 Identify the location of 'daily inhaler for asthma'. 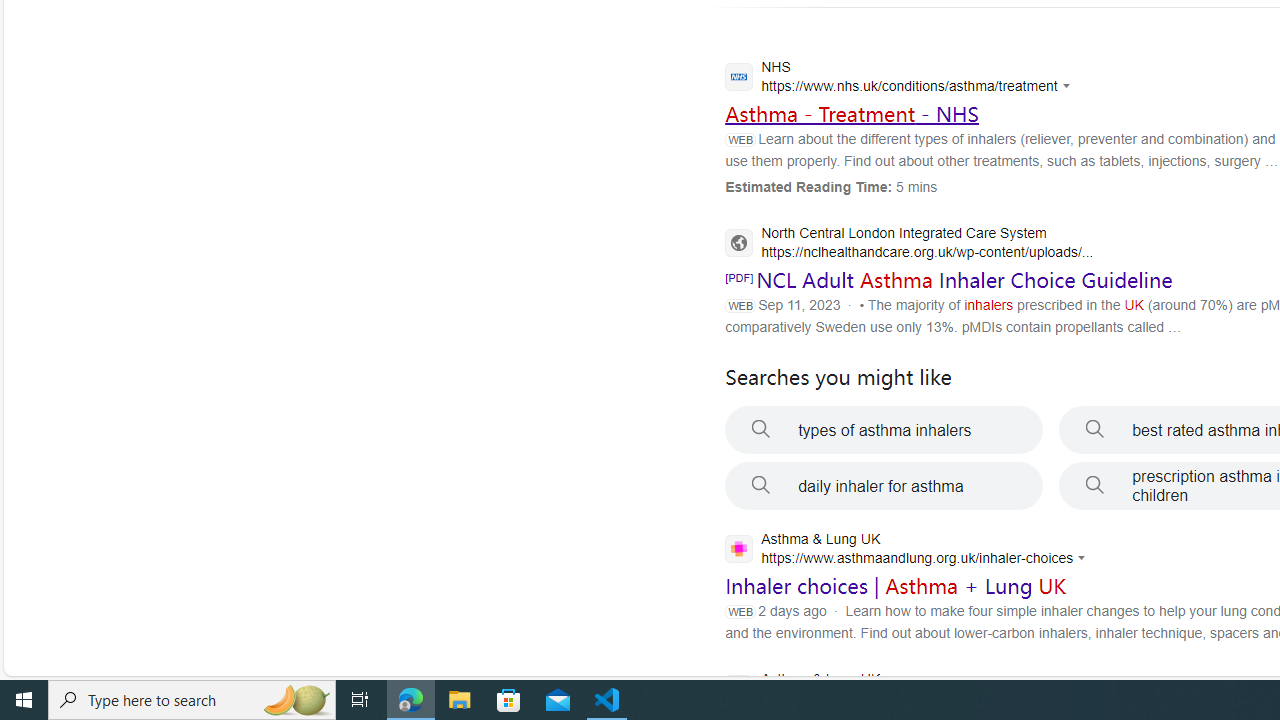
(883, 486).